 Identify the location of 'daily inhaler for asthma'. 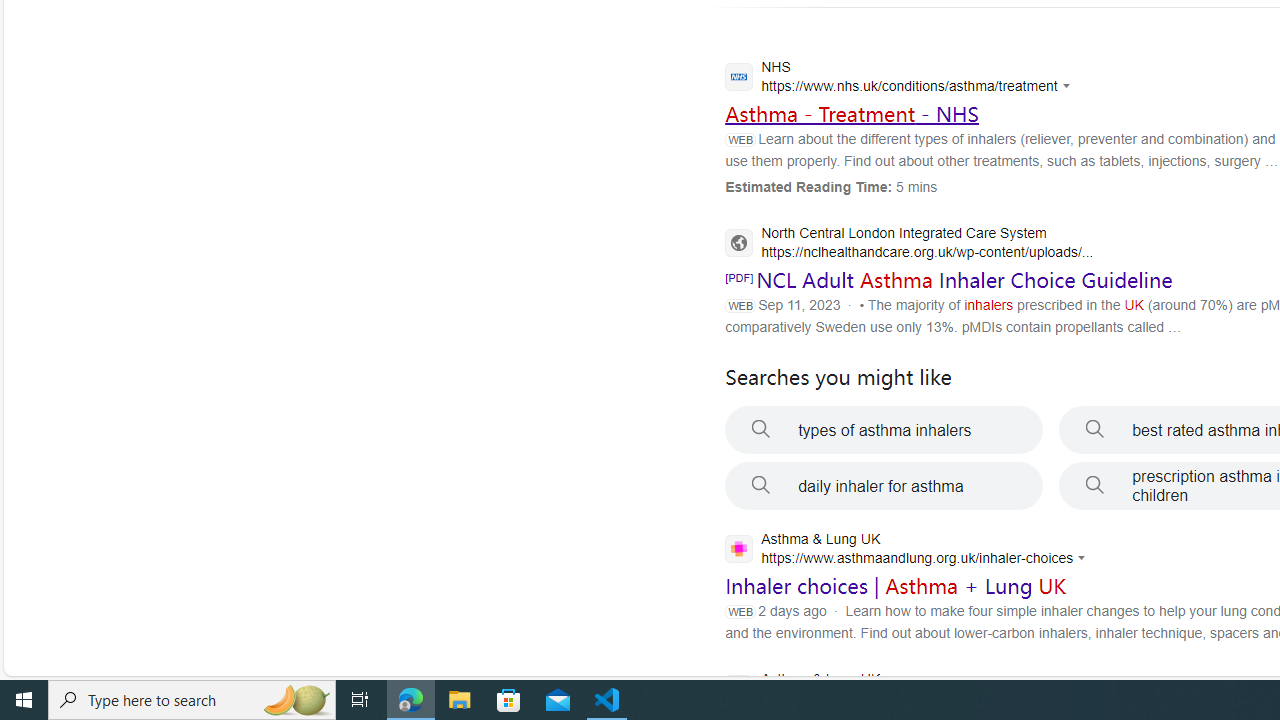
(883, 486).